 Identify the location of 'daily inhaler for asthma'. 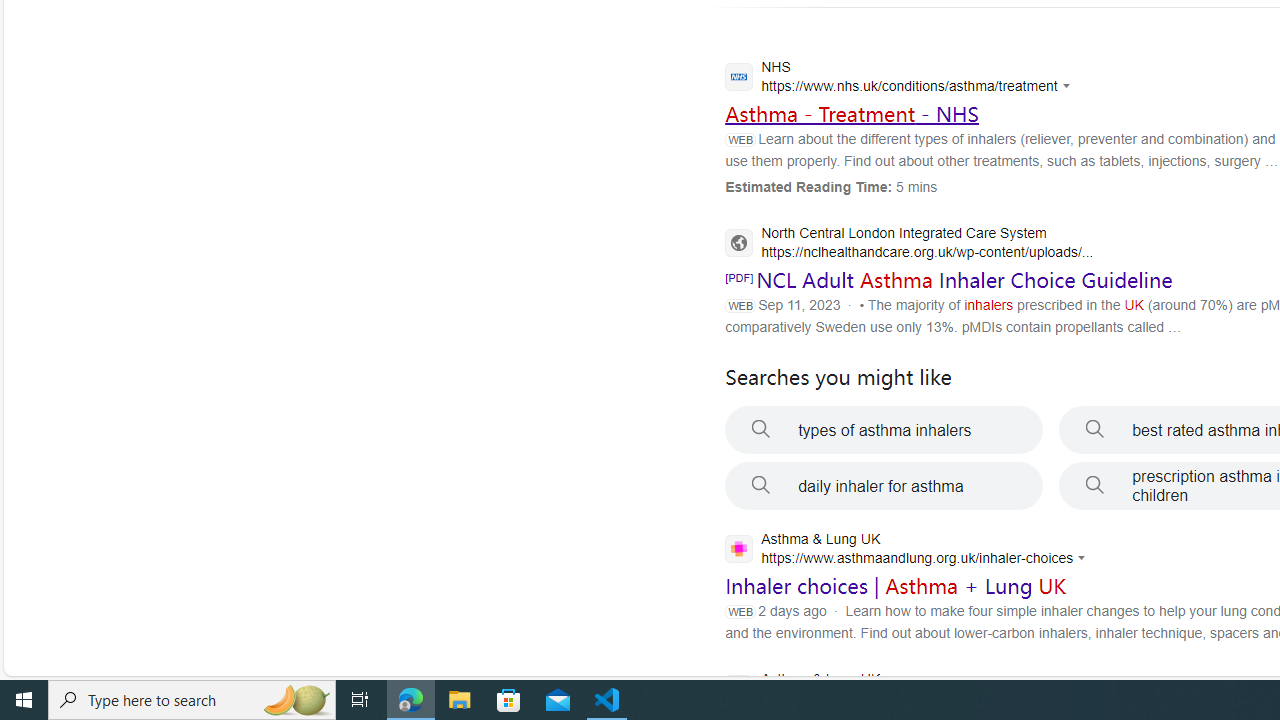
(883, 486).